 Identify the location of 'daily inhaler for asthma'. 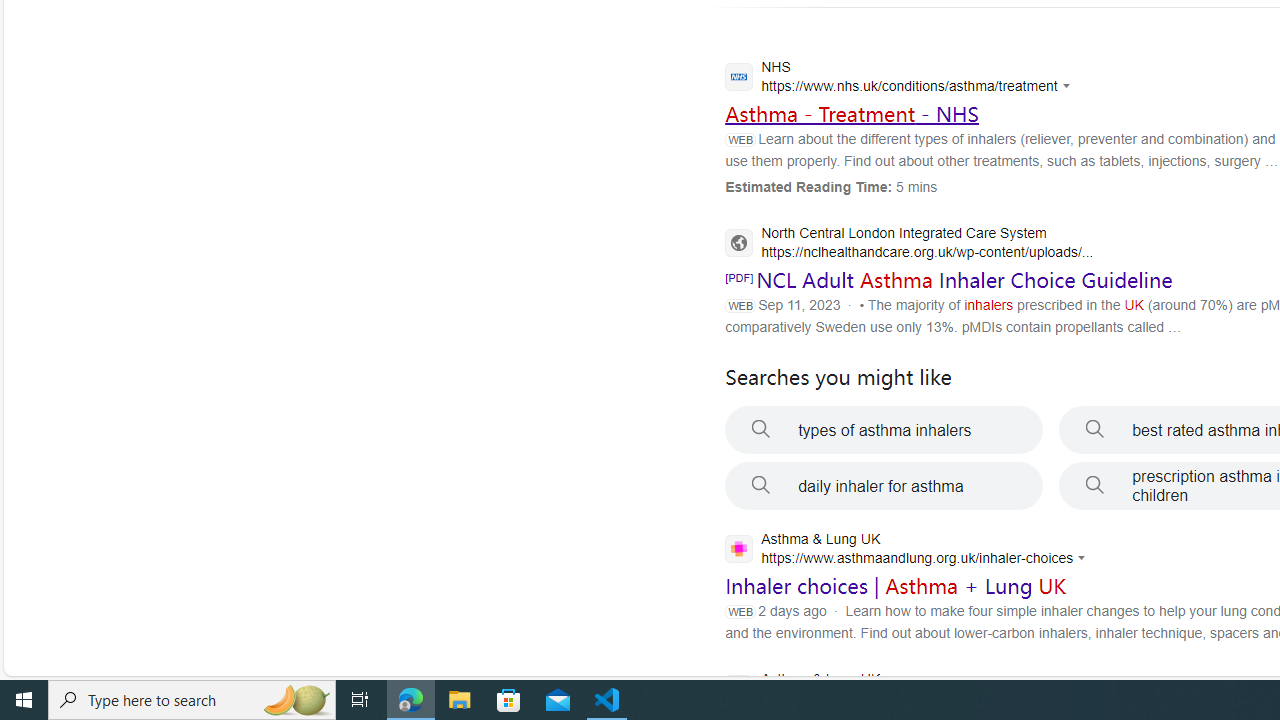
(883, 486).